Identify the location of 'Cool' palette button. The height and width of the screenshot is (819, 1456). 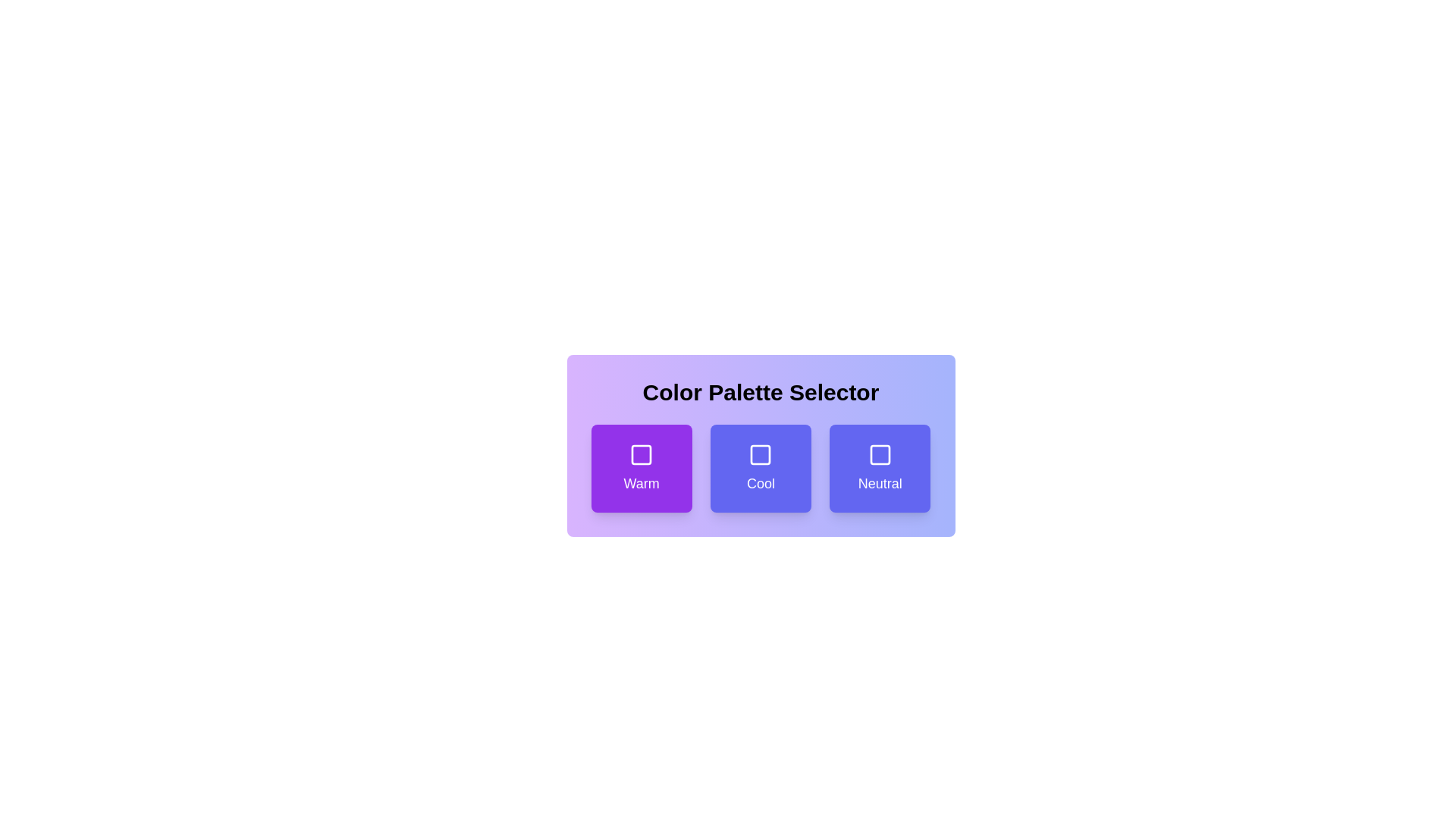
(761, 467).